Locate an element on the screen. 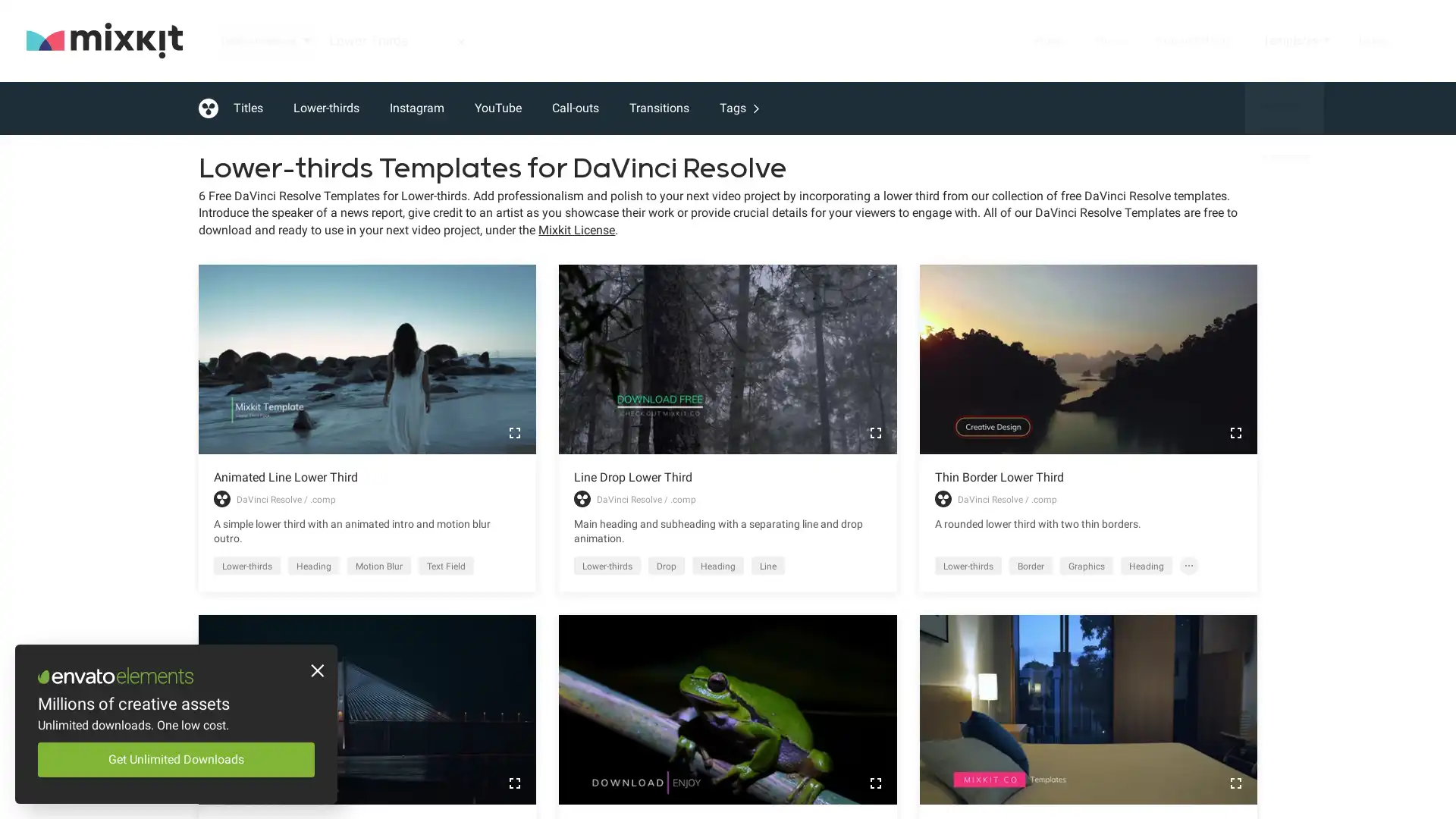 The image size is (1456, 819). View Fullscreen is located at coordinates (514, 783).